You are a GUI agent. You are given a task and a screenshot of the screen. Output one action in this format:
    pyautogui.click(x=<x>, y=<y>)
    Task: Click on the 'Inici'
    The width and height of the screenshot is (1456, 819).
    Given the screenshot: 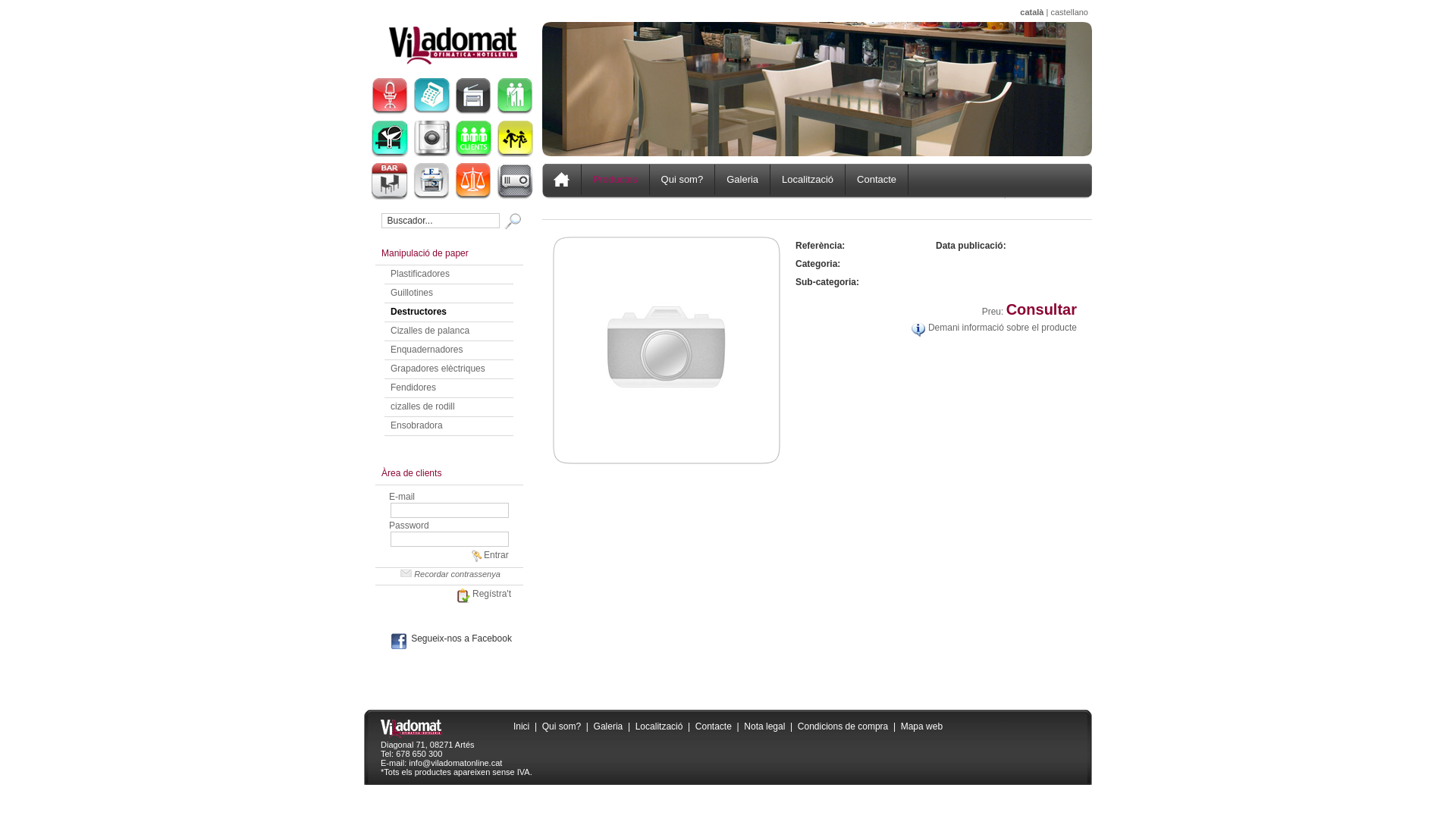 What is the action you would take?
    pyautogui.click(x=521, y=725)
    